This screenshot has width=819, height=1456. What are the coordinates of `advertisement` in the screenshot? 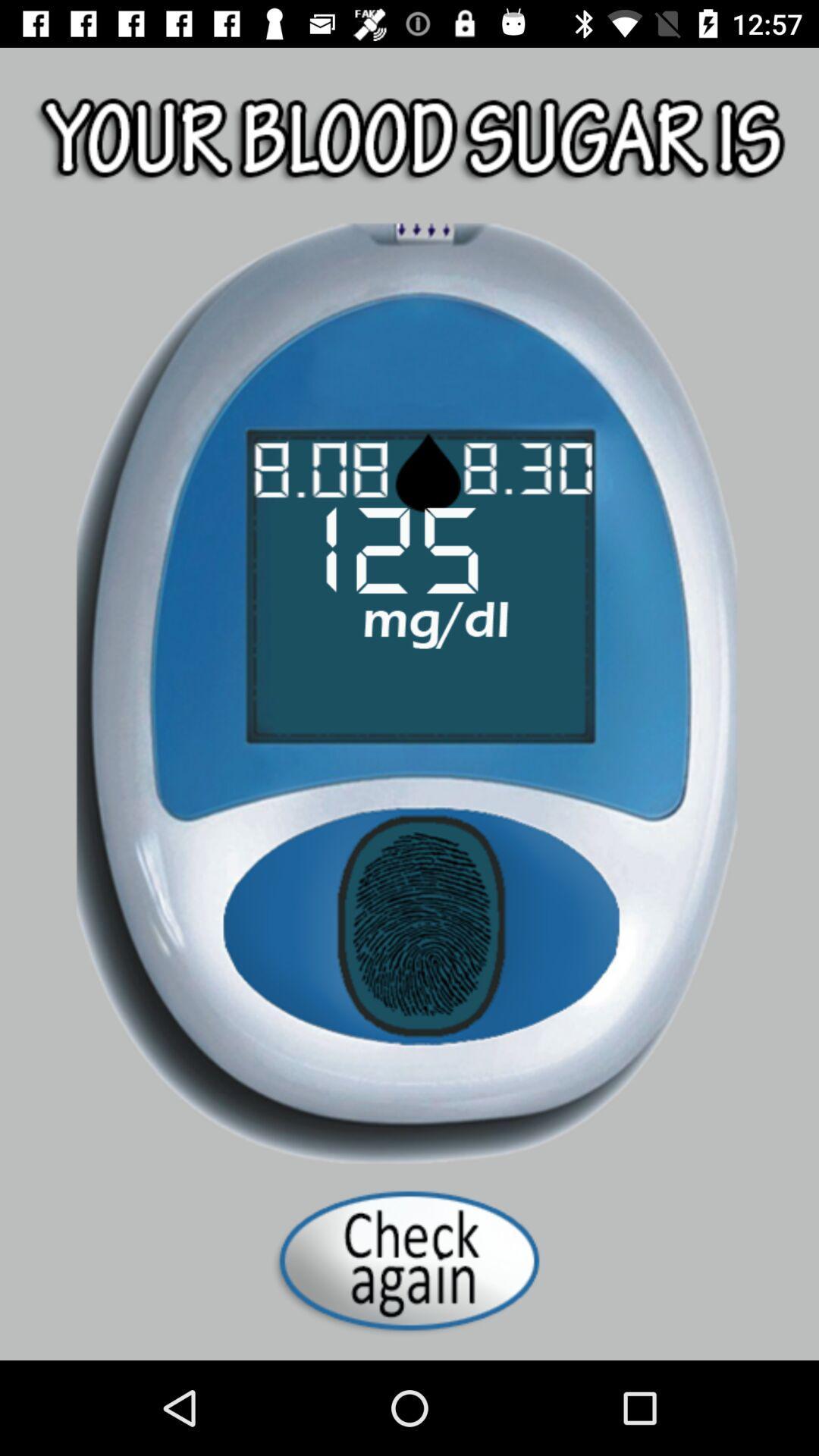 It's located at (409, 1260).